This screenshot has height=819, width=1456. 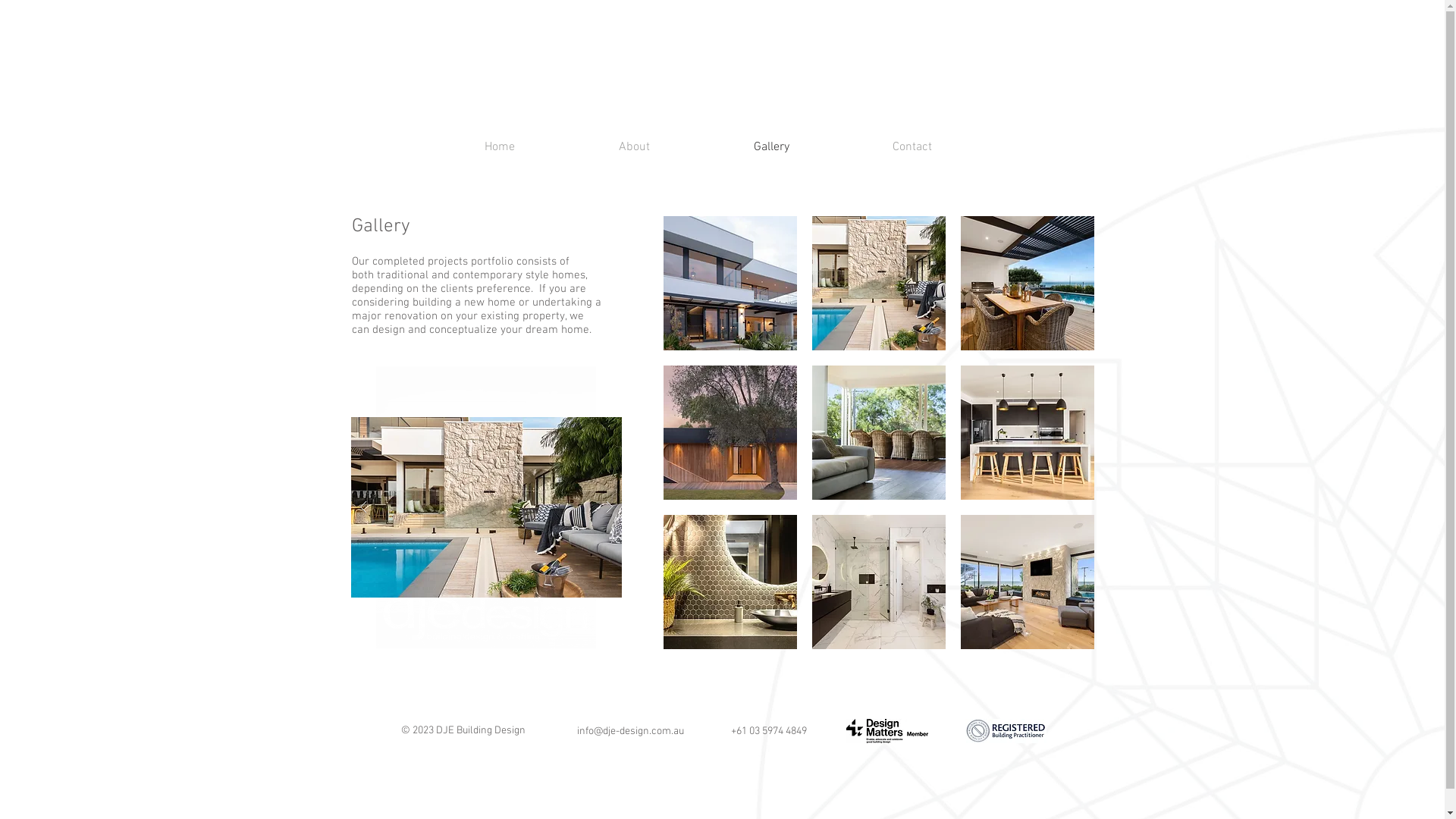 What do you see at coordinates (872, 147) in the screenshot?
I see `'Contact'` at bounding box center [872, 147].